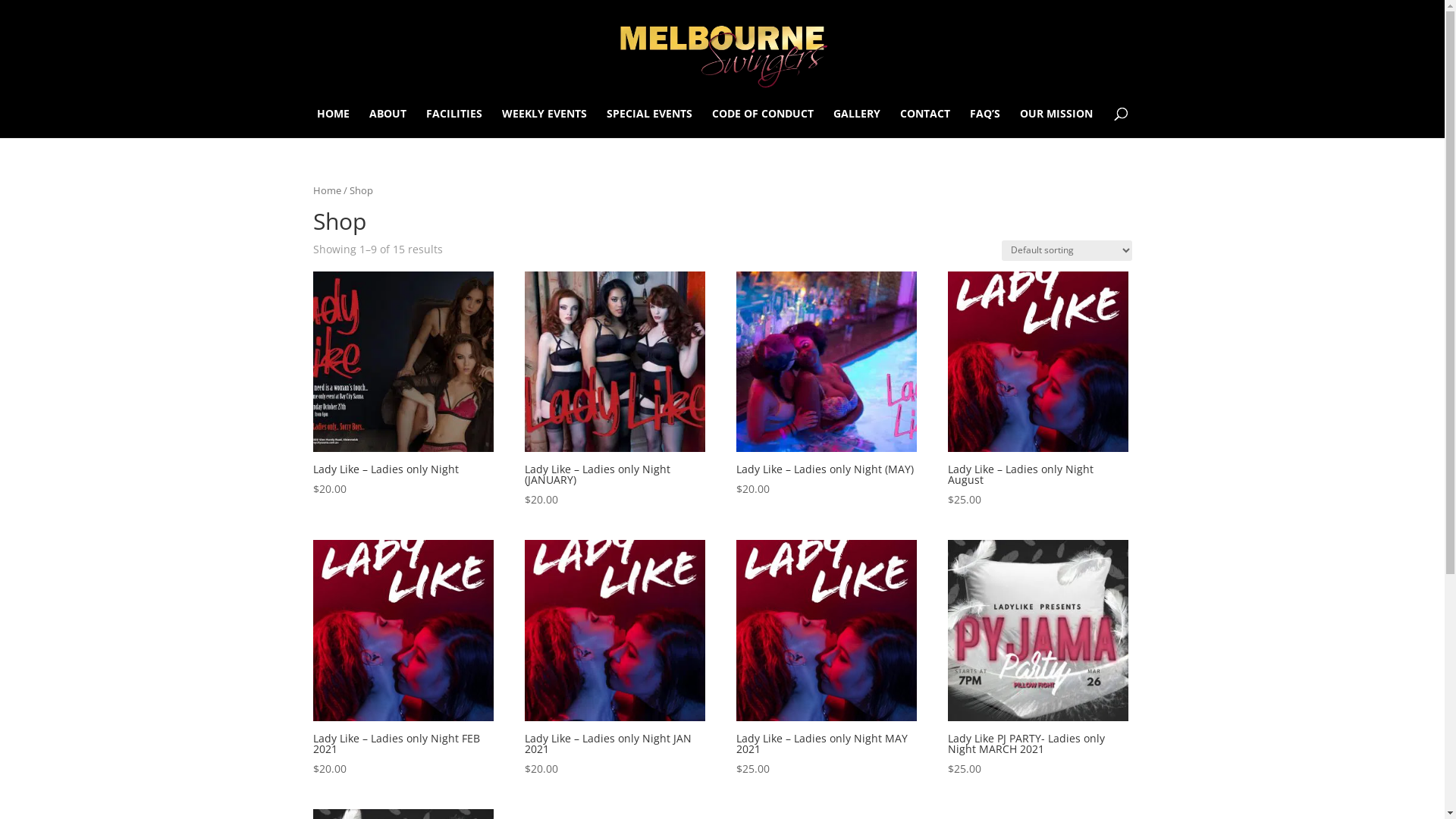 The height and width of the screenshot is (819, 1456). What do you see at coordinates (332, 122) in the screenshot?
I see `'HOME'` at bounding box center [332, 122].